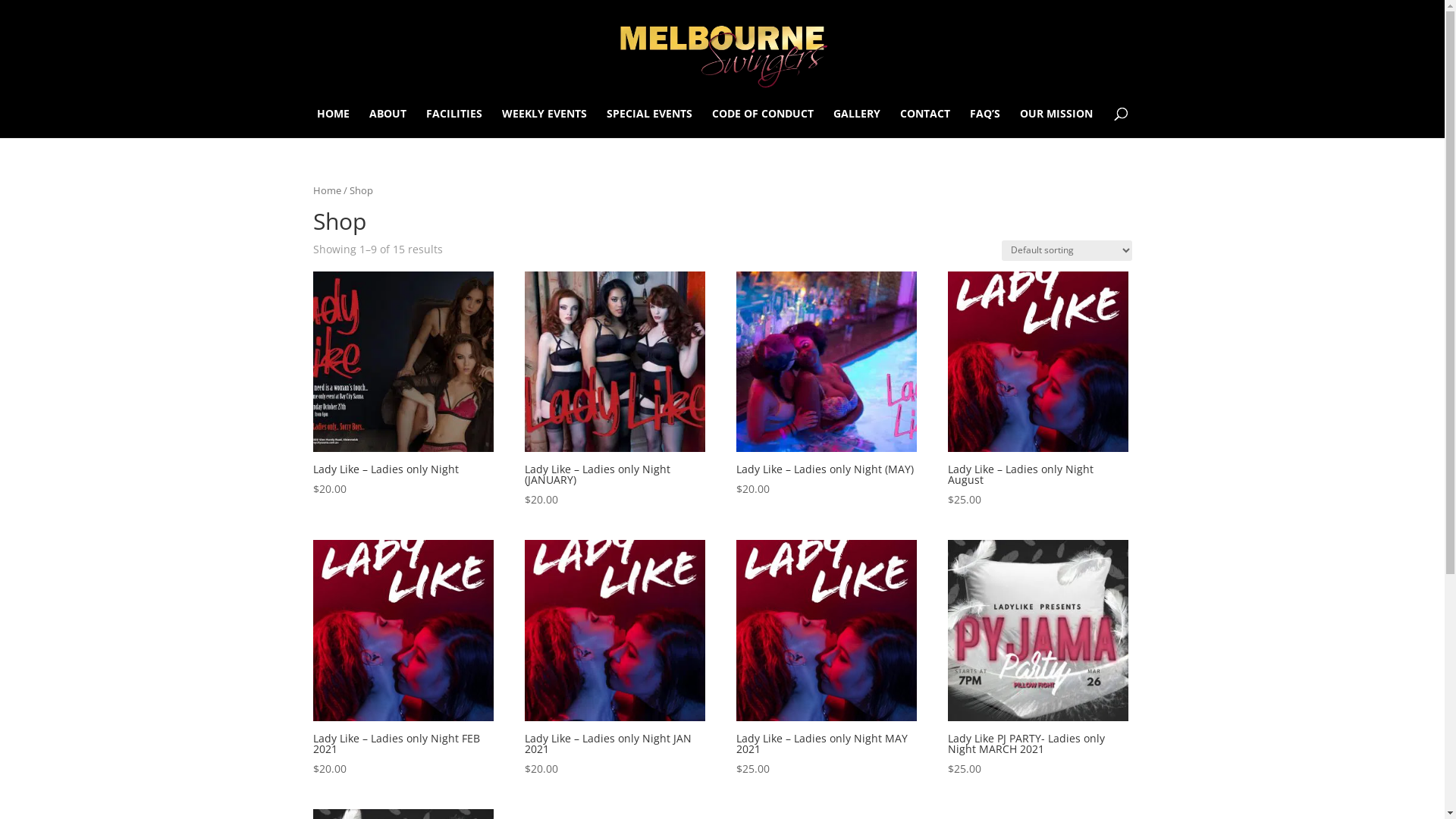 The height and width of the screenshot is (819, 1456). What do you see at coordinates (332, 122) in the screenshot?
I see `'HOME'` at bounding box center [332, 122].